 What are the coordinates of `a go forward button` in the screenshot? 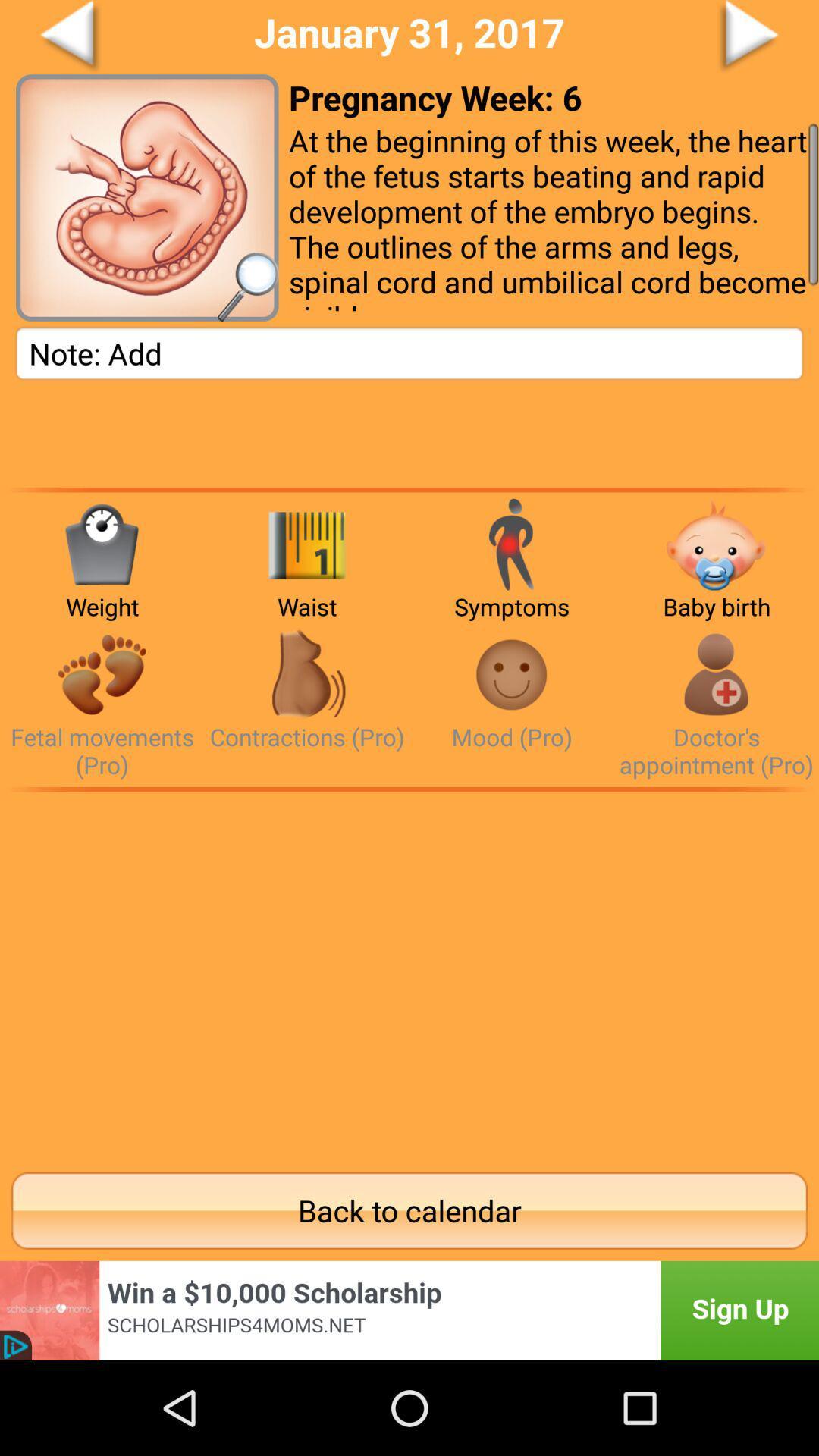 It's located at (692, 37).